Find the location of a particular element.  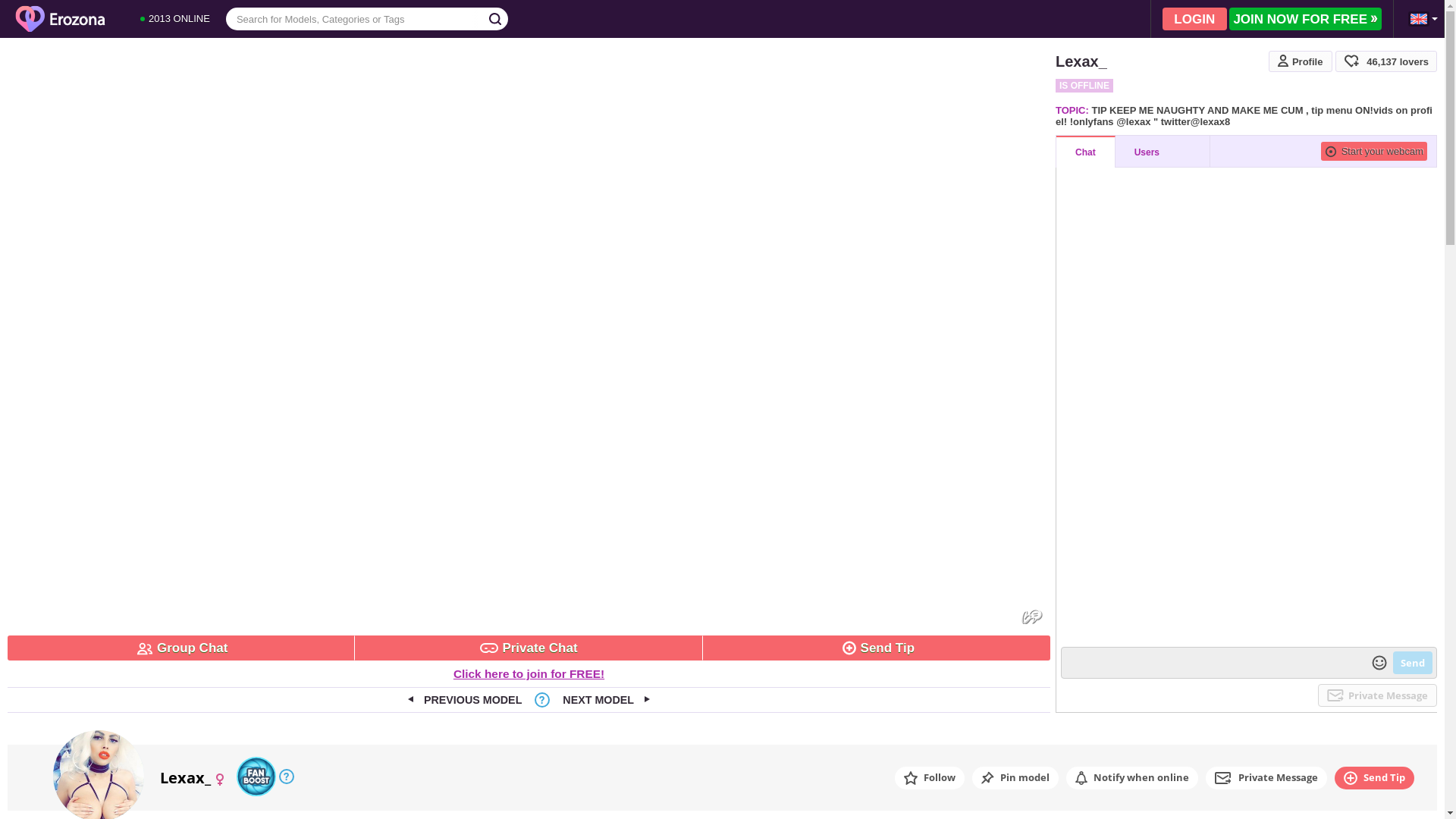

'PREVIOUS MODEL' is located at coordinates (464, 699).